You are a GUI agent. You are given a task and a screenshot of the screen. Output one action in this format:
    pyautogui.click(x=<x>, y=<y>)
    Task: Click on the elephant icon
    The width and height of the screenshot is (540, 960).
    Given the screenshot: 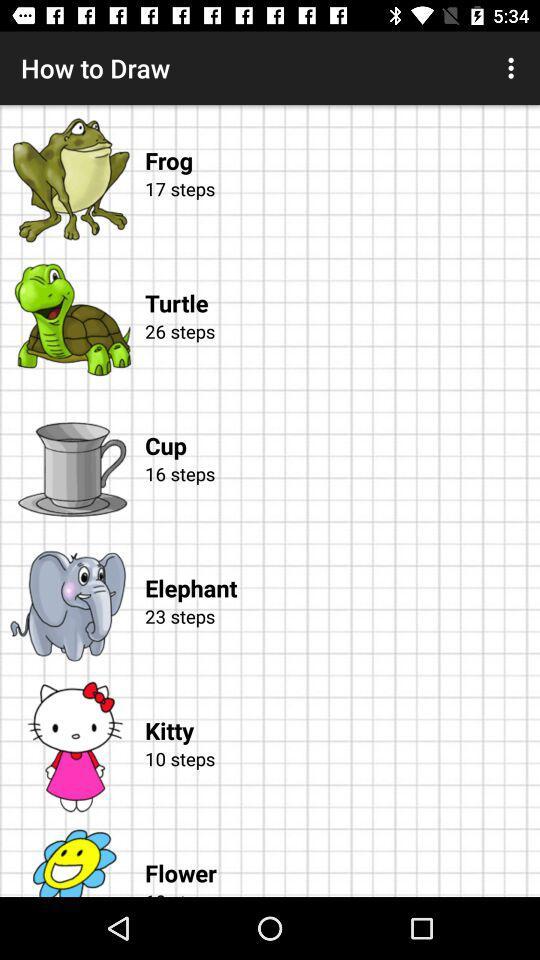 What is the action you would take?
    pyautogui.click(x=341, y=568)
    